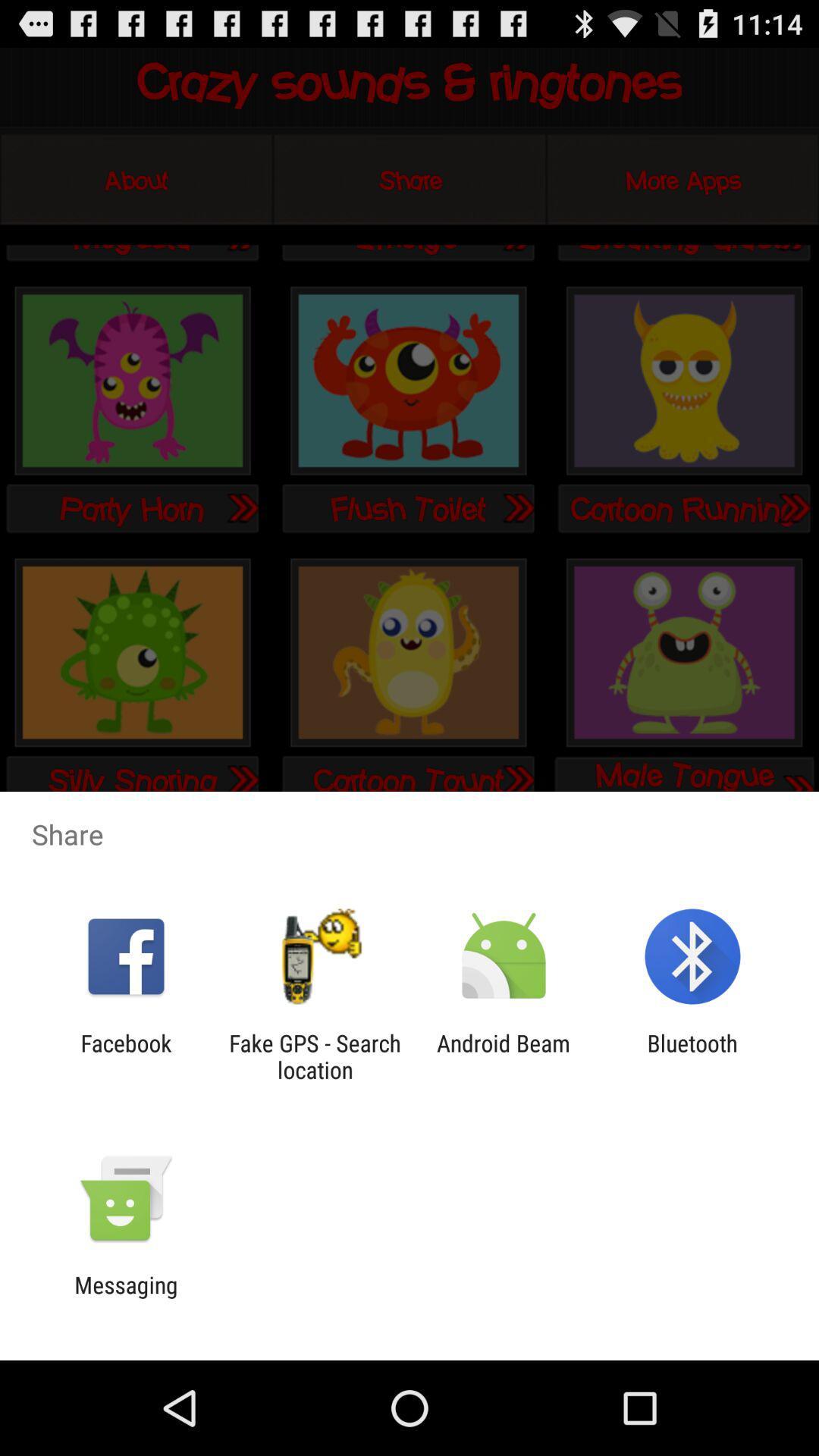 Image resolution: width=819 pixels, height=1456 pixels. What do you see at coordinates (314, 1056) in the screenshot?
I see `item to the left of android beam item` at bounding box center [314, 1056].